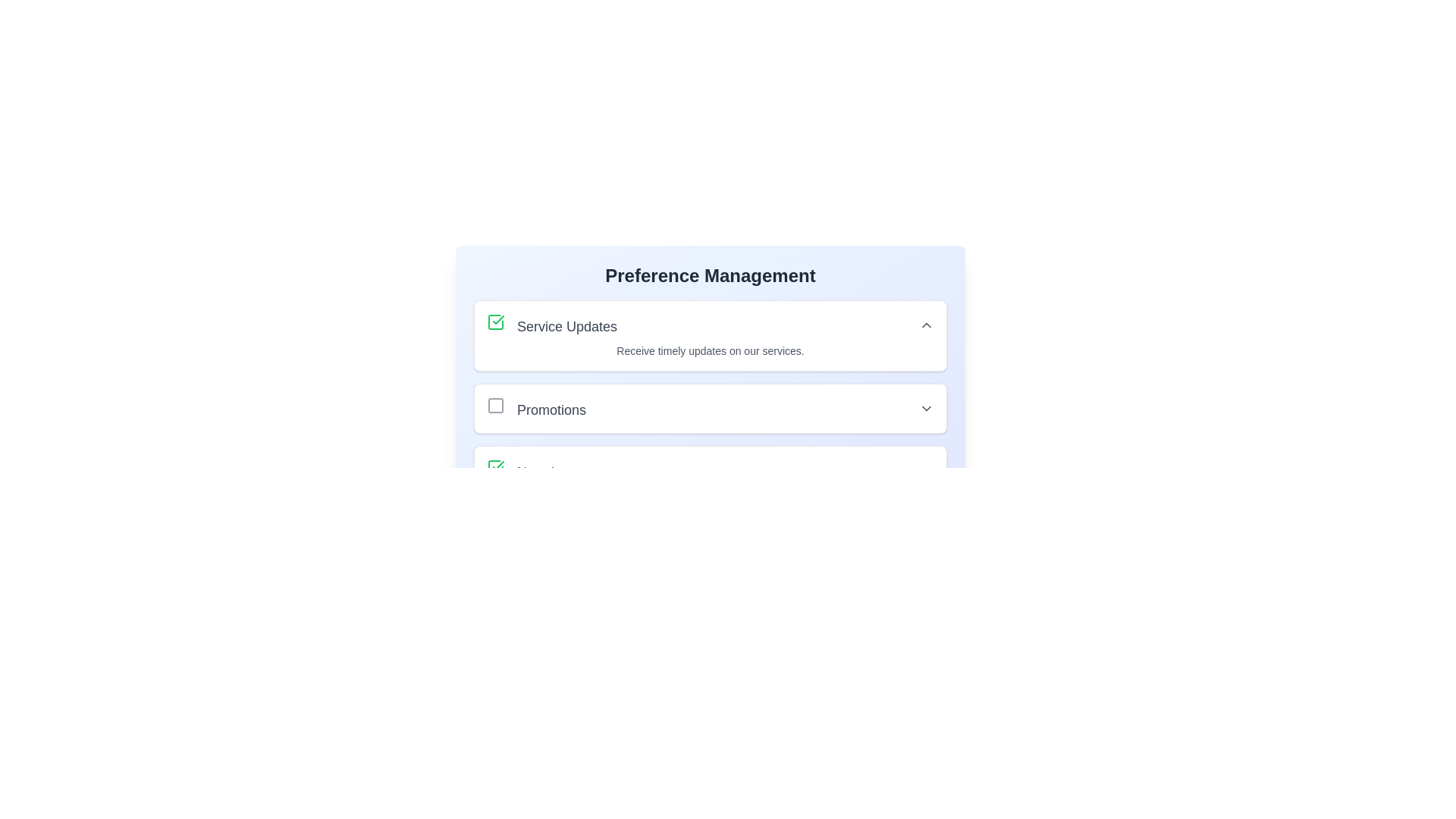 Image resolution: width=1456 pixels, height=819 pixels. Describe the element at coordinates (495, 405) in the screenshot. I see `the checkbox for keyboard navigation by targeting the checkbox located in the 'Preference Management' section, specifically the second item related to 'Promotions'` at that location.